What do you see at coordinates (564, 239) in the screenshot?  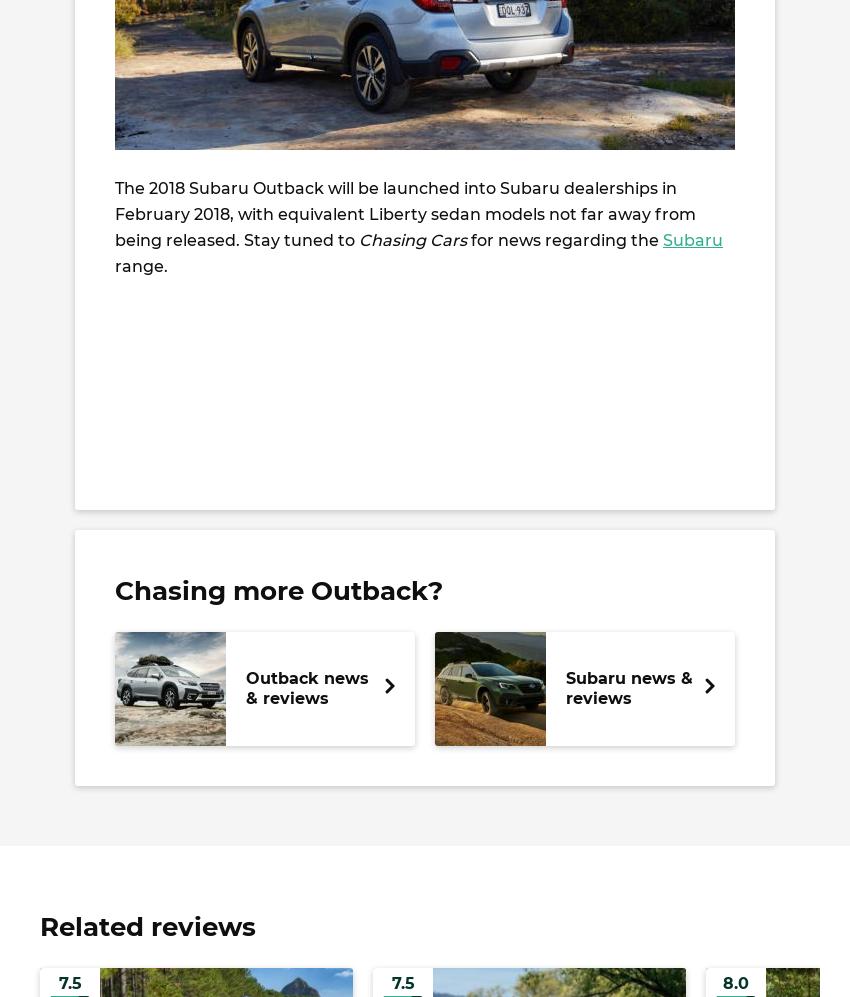 I see `'for news regarding the'` at bounding box center [564, 239].